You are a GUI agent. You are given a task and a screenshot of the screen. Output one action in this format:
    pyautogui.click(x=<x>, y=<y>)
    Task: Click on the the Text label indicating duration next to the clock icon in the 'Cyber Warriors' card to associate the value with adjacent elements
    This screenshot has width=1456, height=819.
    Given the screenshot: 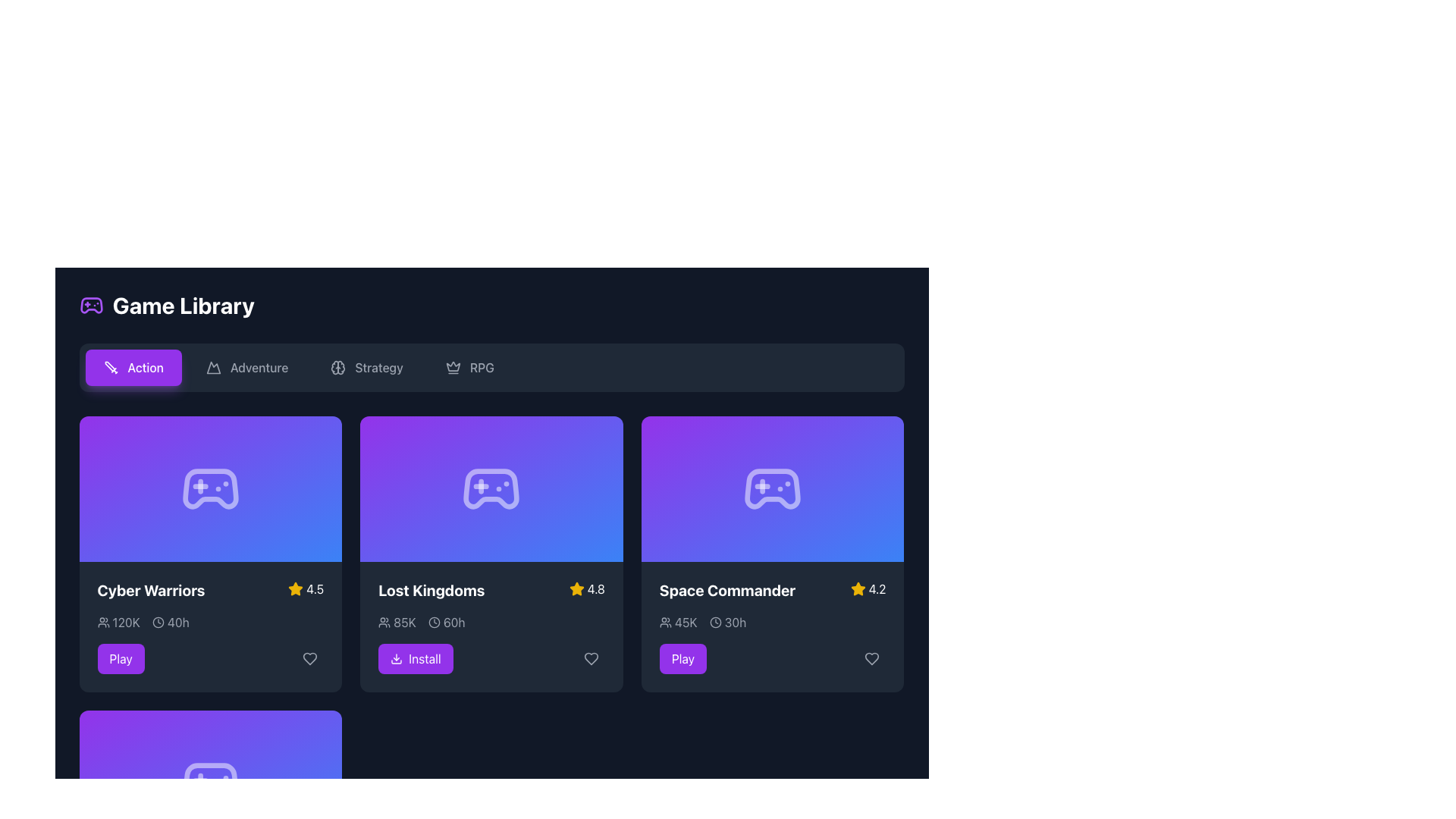 What is the action you would take?
    pyautogui.click(x=178, y=623)
    